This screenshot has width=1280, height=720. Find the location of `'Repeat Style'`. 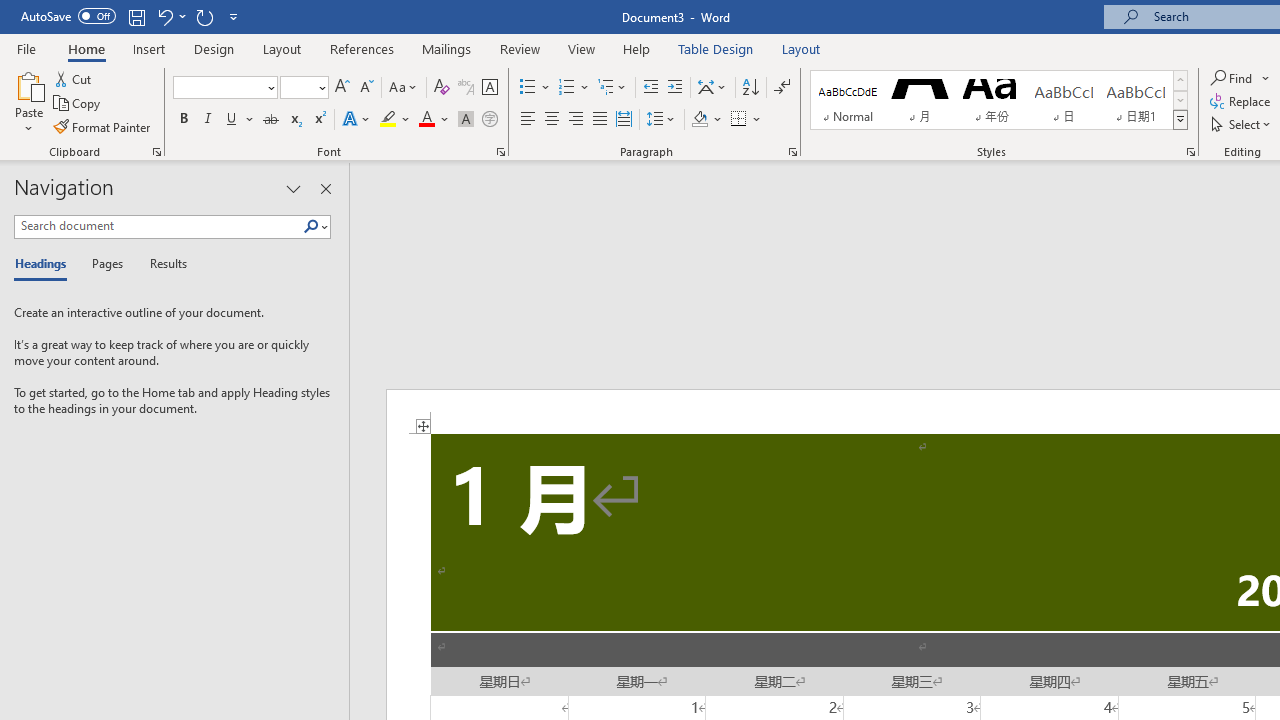

'Repeat Style' is located at coordinates (204, 16).